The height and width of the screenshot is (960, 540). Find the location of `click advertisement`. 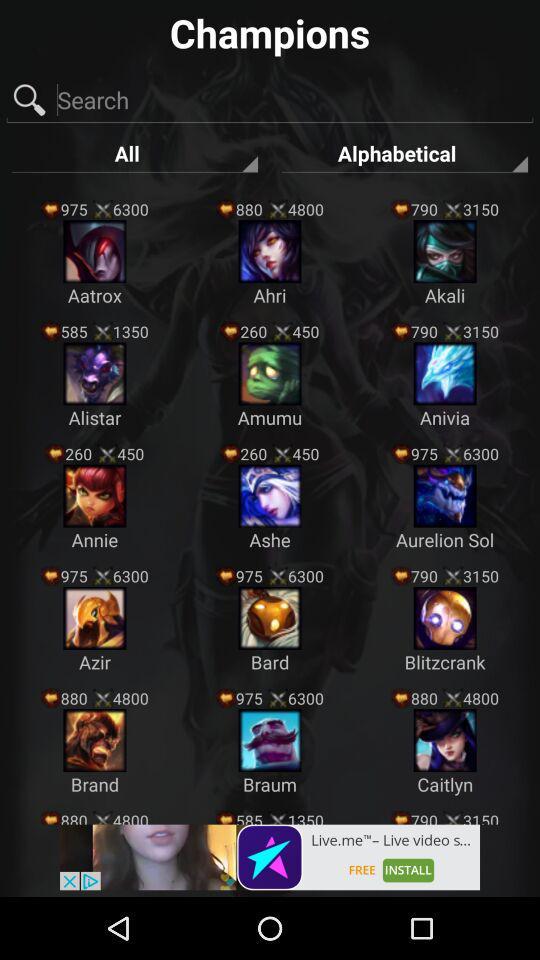

click advertisement is located at coordinates (270, 856).